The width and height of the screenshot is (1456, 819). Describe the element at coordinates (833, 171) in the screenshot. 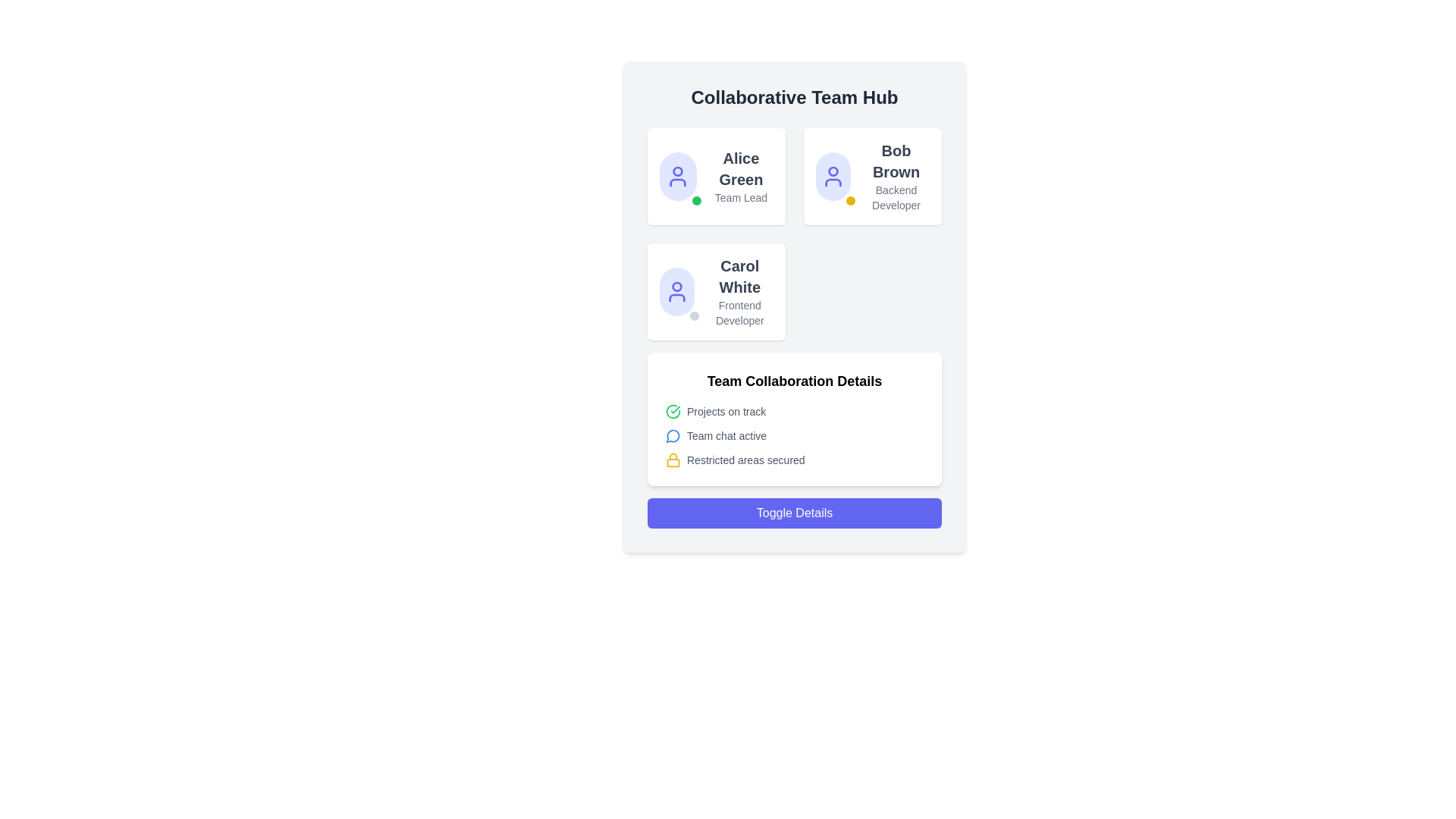

I see `graphical component representing the user 'Bob Brown' in the Collaborative Team Hub section, located at the top-middle of the interface` at that location.